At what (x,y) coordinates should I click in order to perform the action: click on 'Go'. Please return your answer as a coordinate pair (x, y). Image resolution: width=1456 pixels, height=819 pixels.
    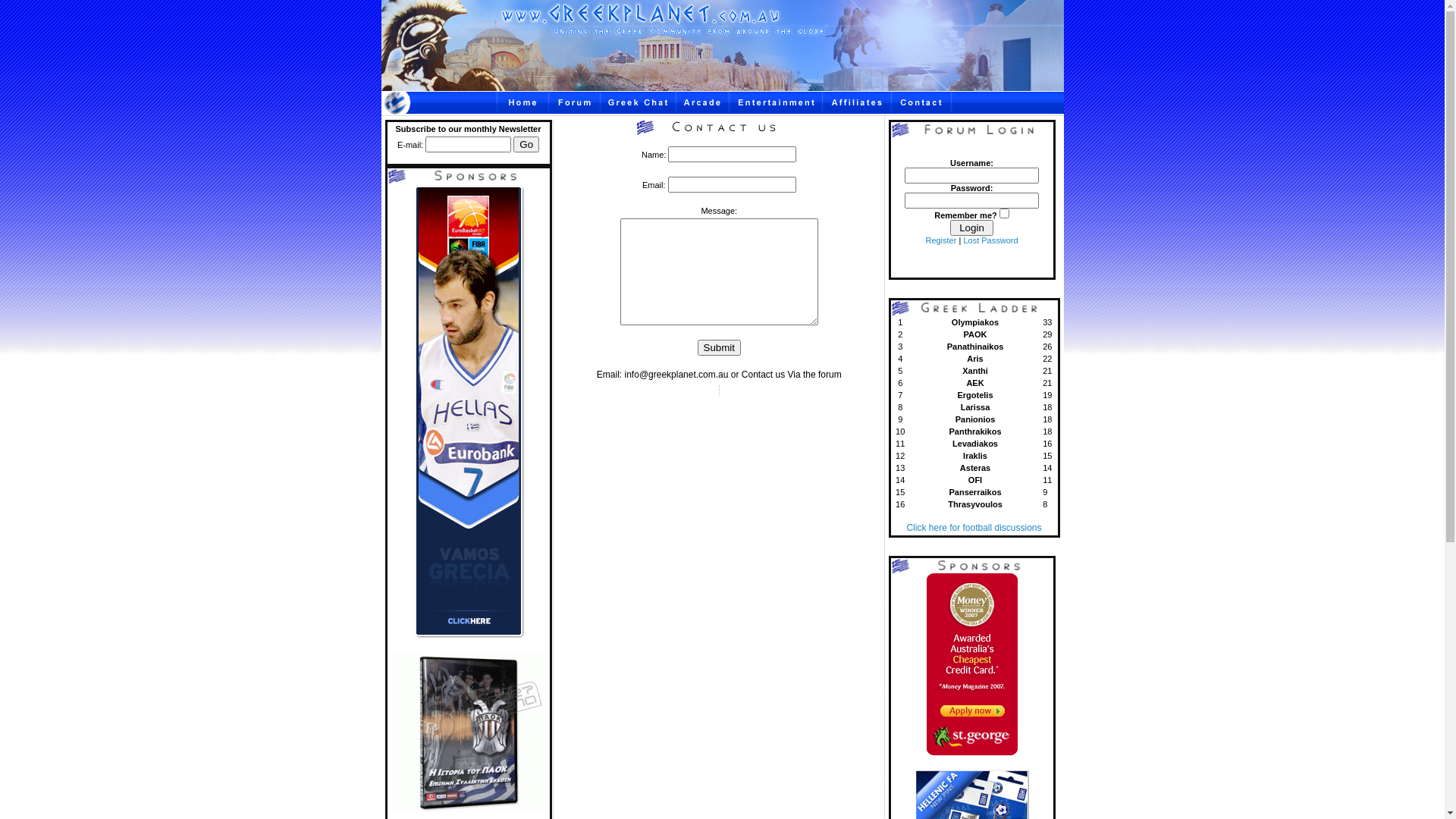
    Looking at the image, I should click on (526, 144).